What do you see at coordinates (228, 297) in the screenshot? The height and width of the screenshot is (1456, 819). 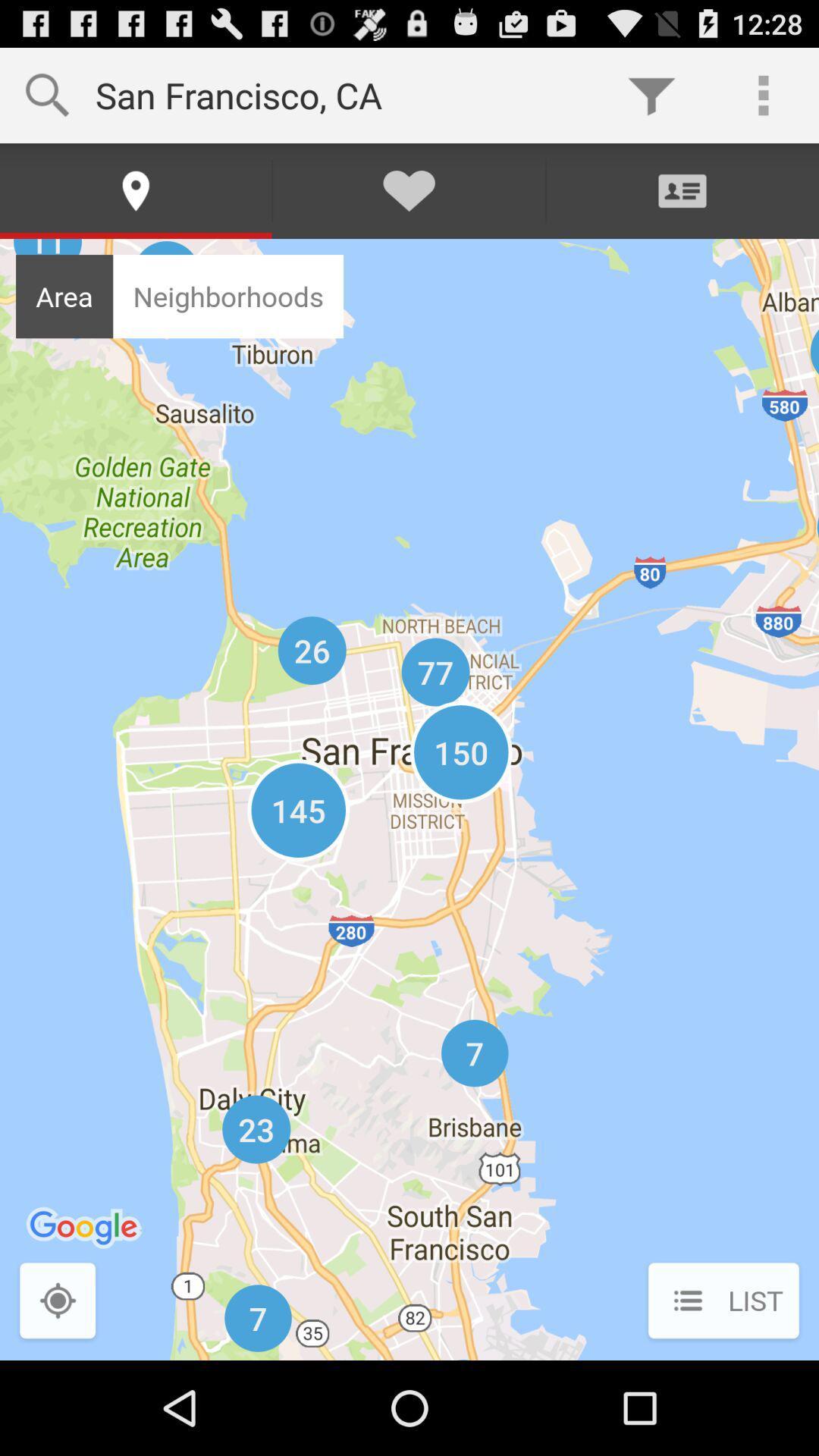 I see `the item next to the area` at bounding box center [228, 297].